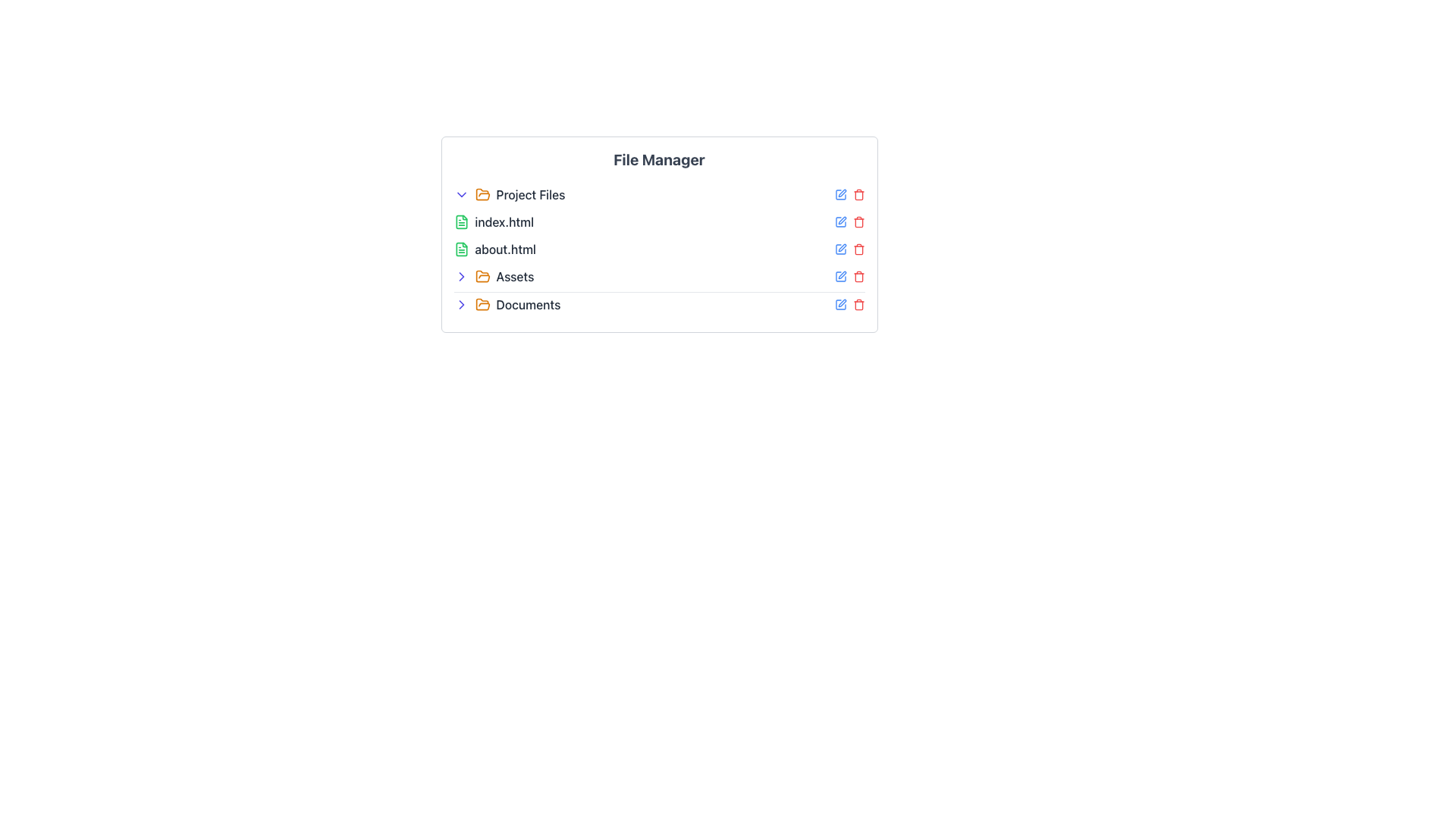 This screenshot has width=1456, height=819. Describe the element at coordinates (858, 222) in the screenshot. I see `the red trash icon button, which signifies a delete action, located at the far right of the file item` at that location.